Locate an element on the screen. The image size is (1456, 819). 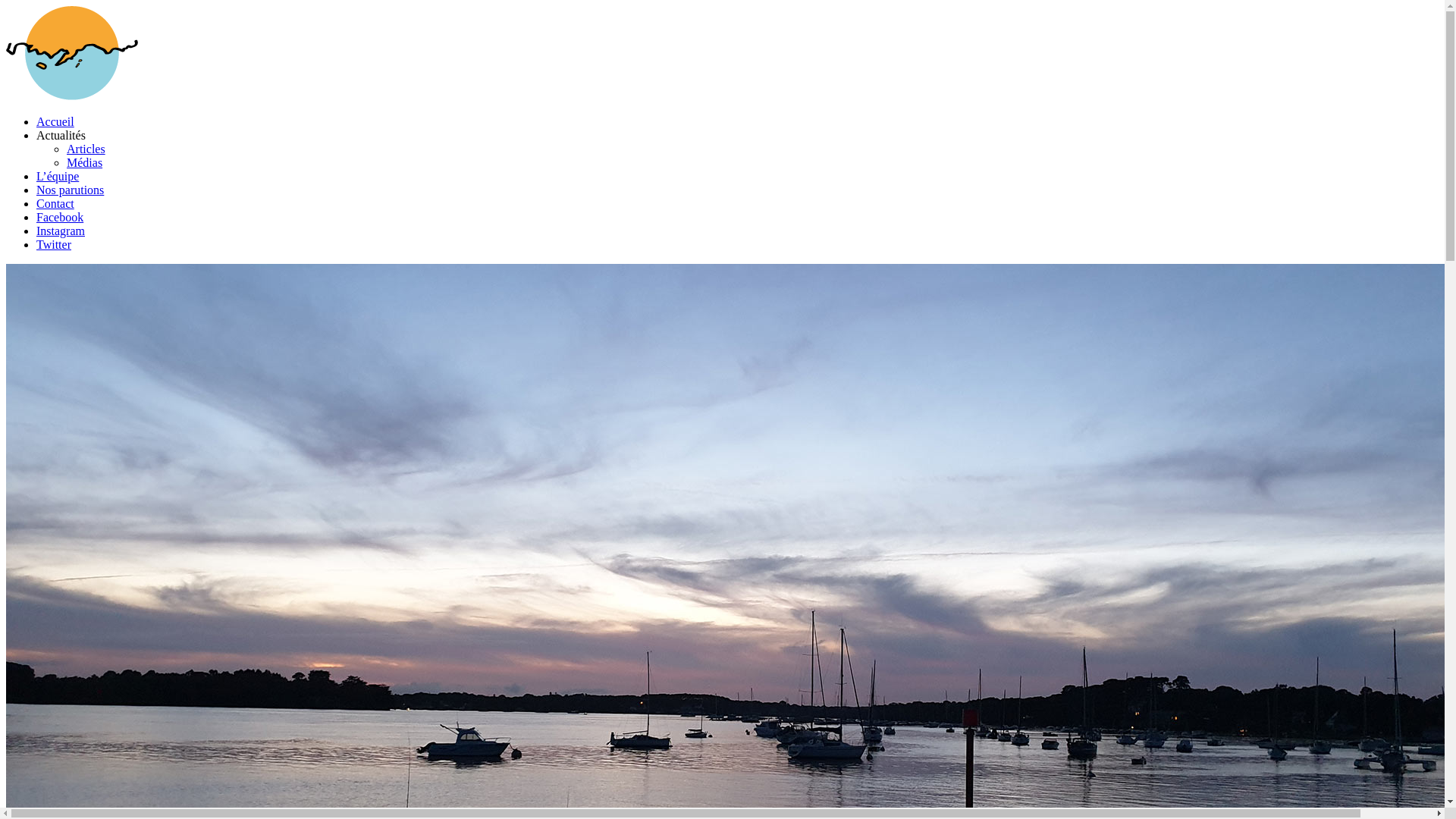
'Nos parutions' is located at coordinates (36, 189).